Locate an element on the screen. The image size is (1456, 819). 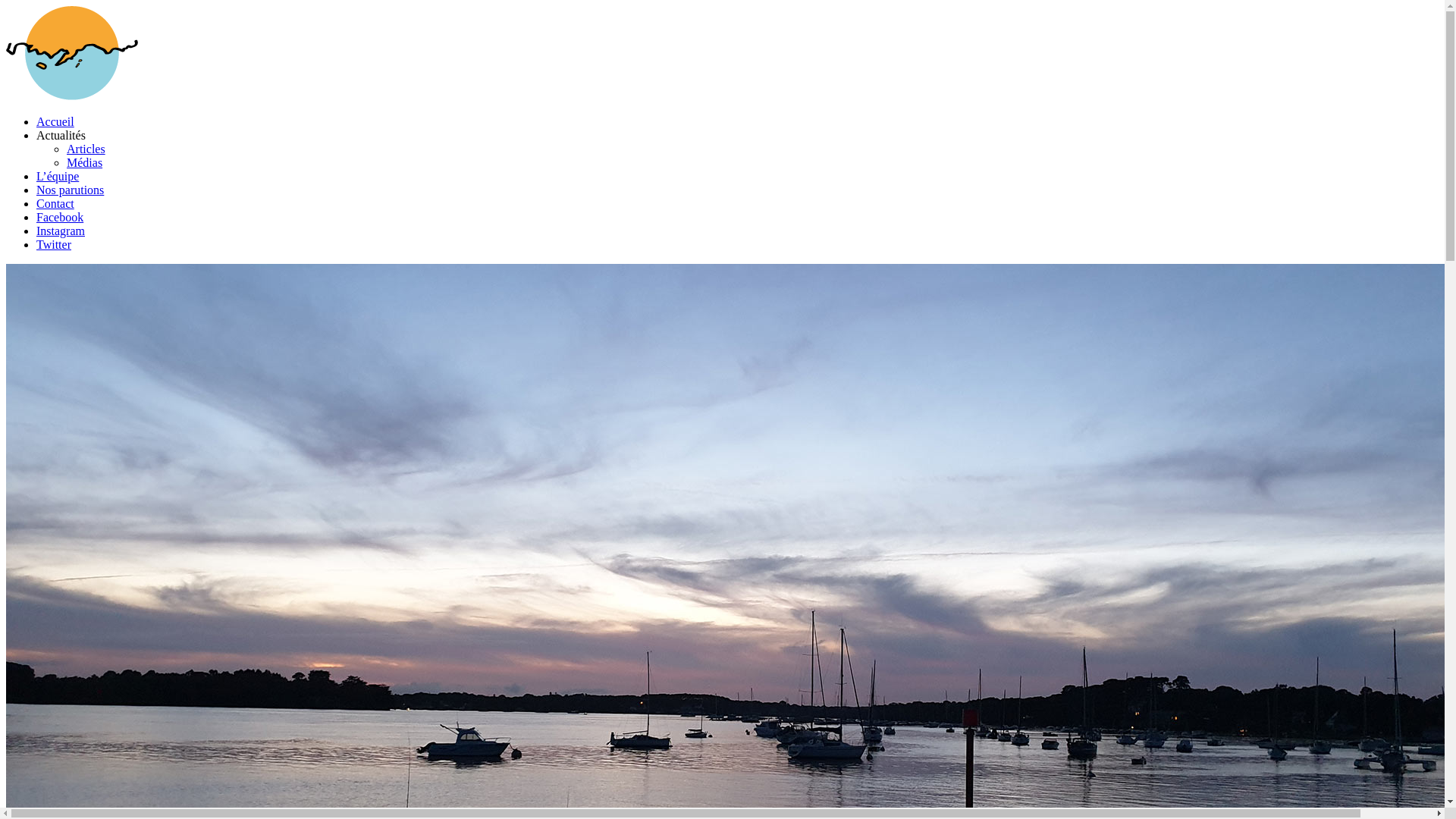
'Nos parutions' is located at coordinates (36, 189).